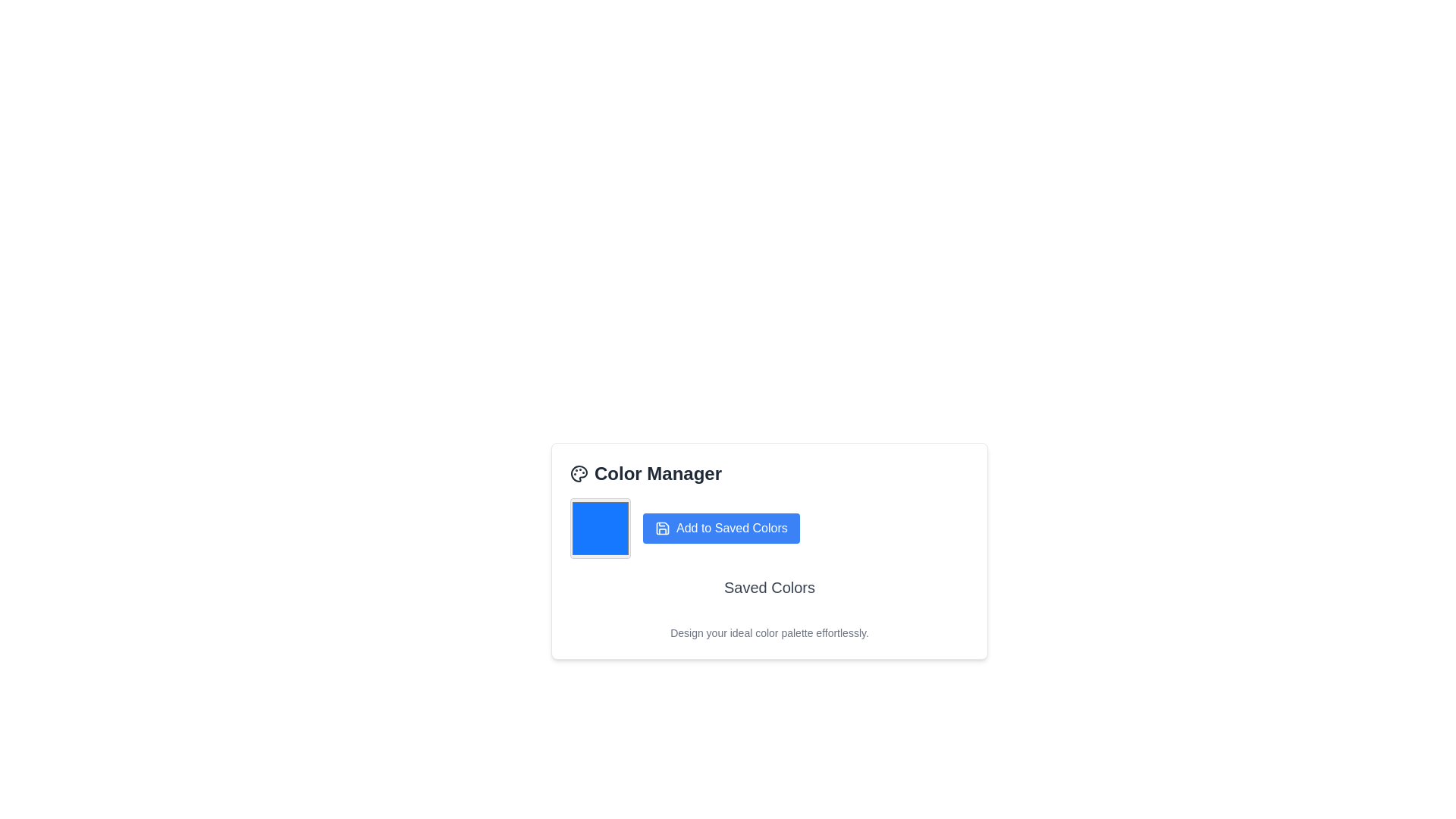  What do you see at coordinates (720, 528) in the screenshot?
I see `the button located to the immediate right of the color preview square` at bounding box center [720, 528].